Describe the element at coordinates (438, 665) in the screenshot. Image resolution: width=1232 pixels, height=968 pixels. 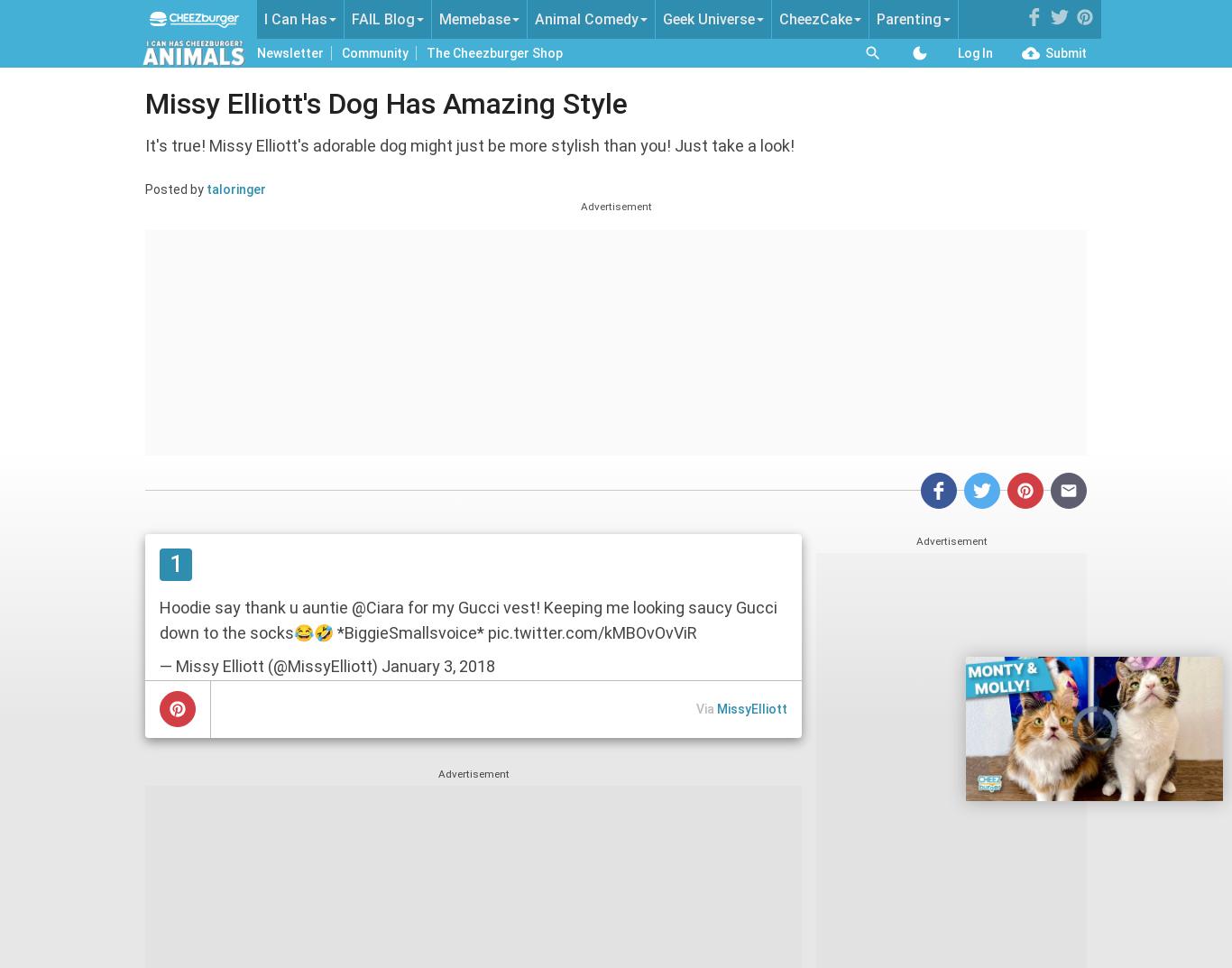
I see `'January 3, 2018'` at that location.